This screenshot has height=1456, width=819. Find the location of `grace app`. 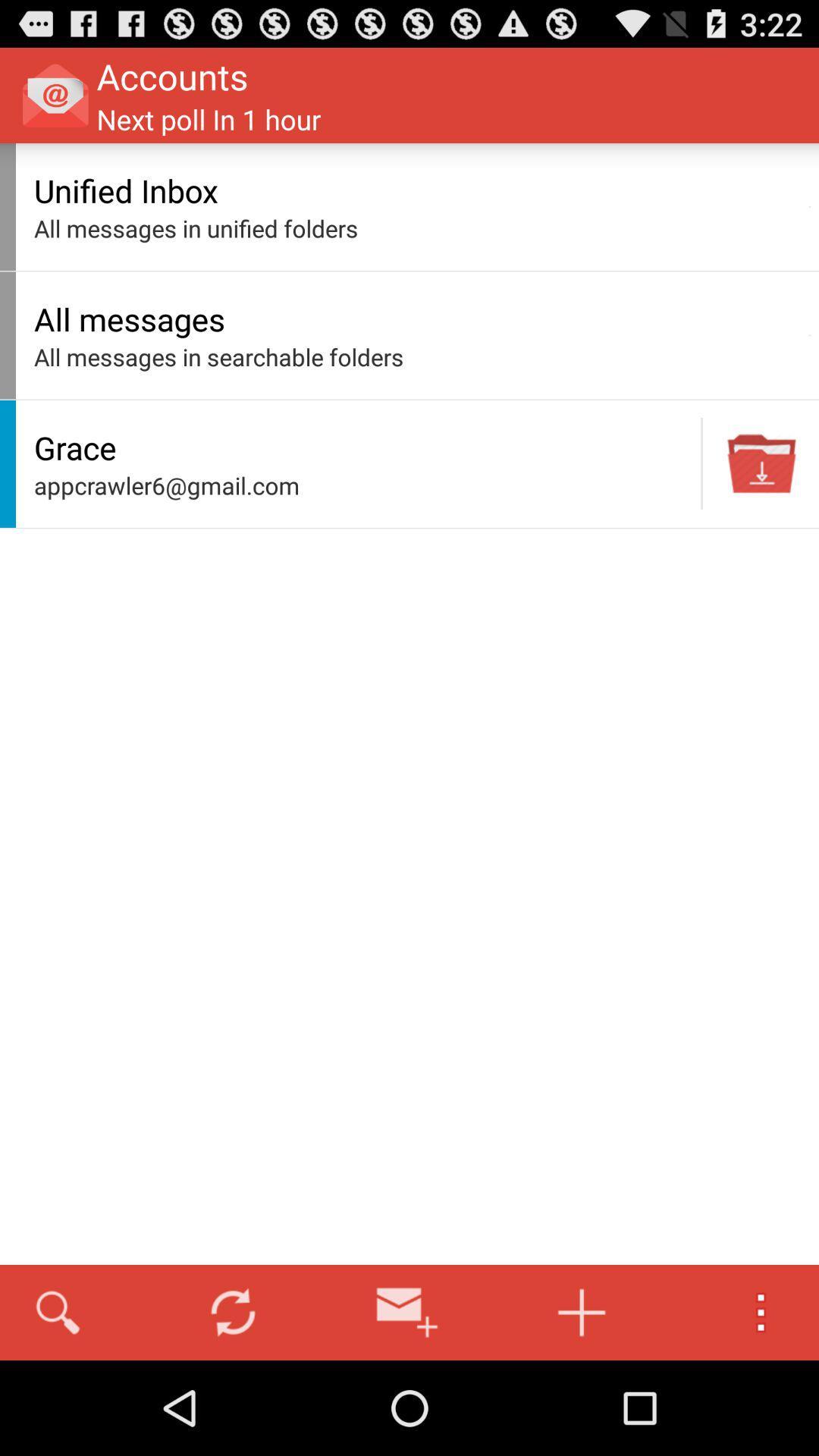

grace app is located at coordinates (363, 447).